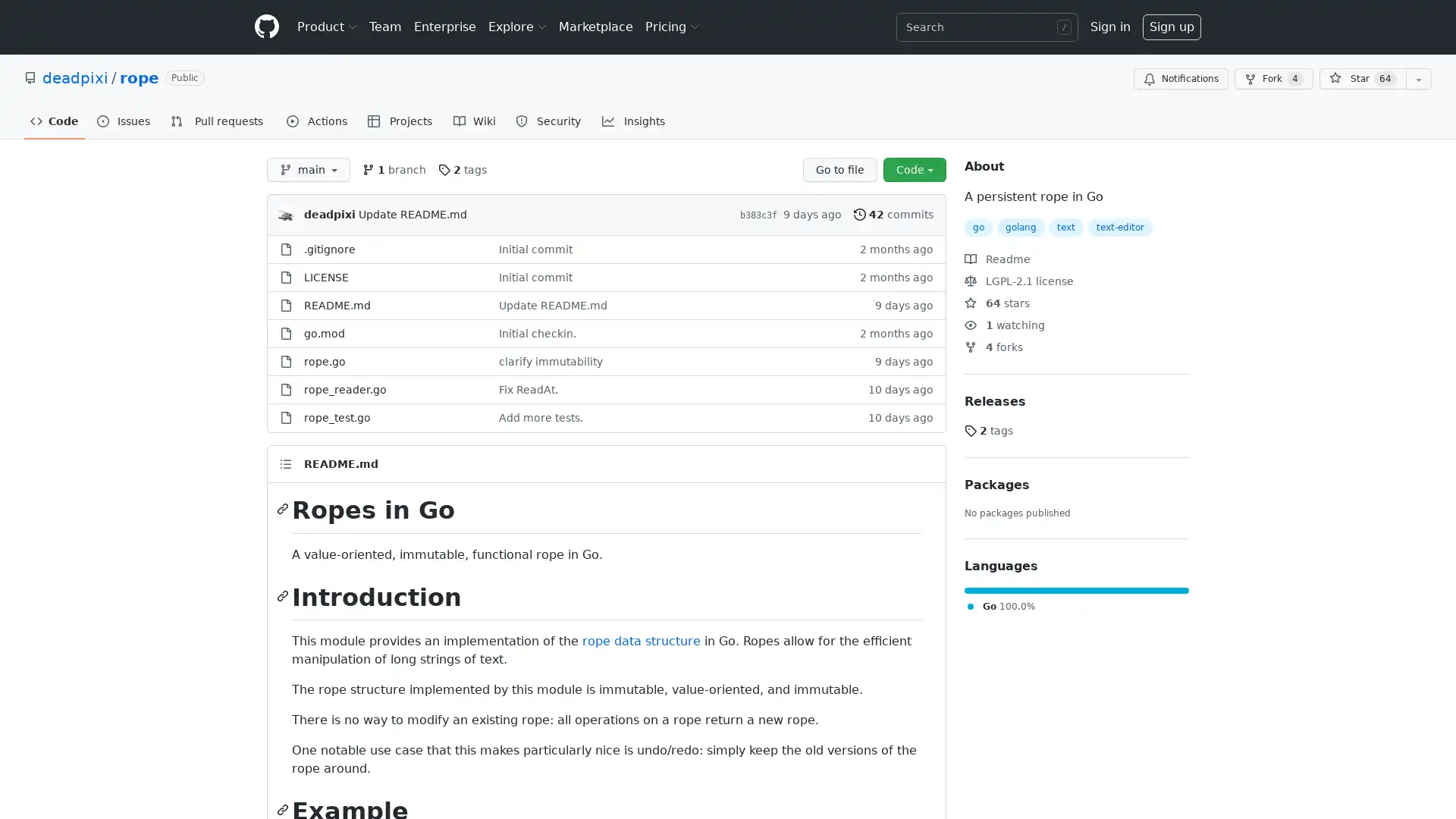 Image resolution: width=1456 pixels, height=819 pixels. Describe the element at coordinates (1418, 79) in the screenshot. I see `You must be signed in to add this repository to a list` at that location.